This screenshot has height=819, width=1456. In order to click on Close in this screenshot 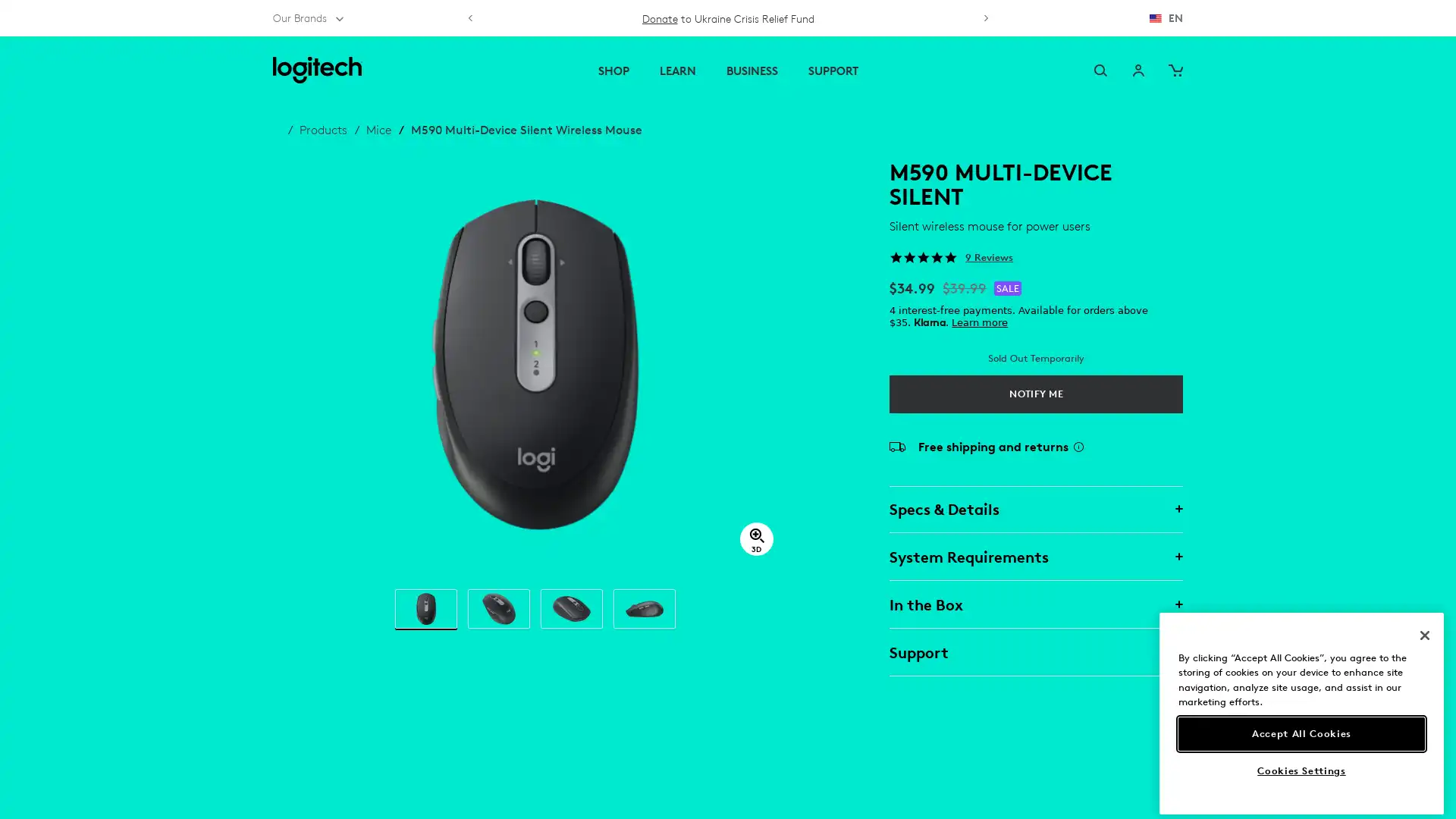, I will do `click(1423, 632)`.